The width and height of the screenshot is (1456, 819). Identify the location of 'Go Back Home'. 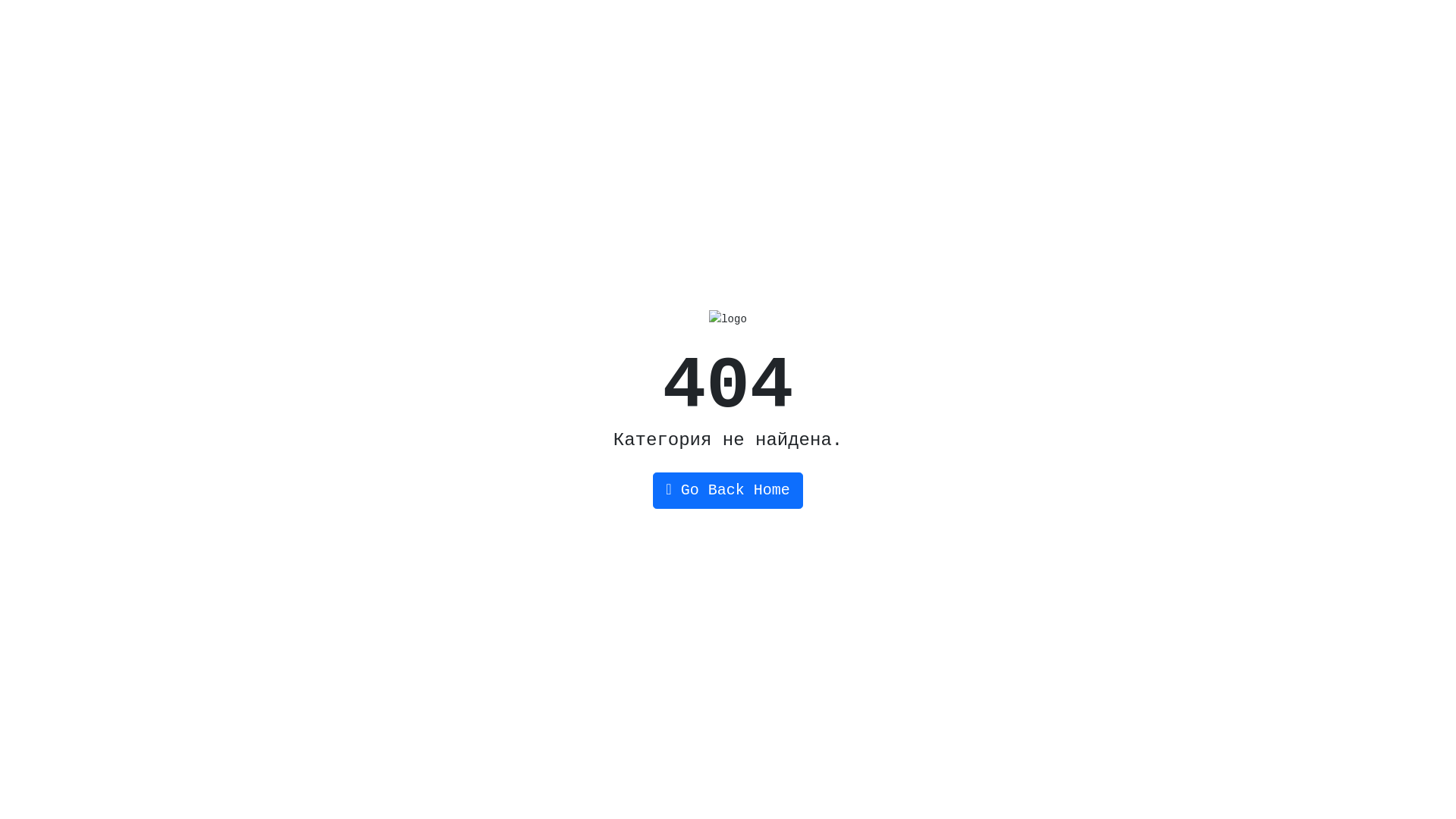
(726, 491).